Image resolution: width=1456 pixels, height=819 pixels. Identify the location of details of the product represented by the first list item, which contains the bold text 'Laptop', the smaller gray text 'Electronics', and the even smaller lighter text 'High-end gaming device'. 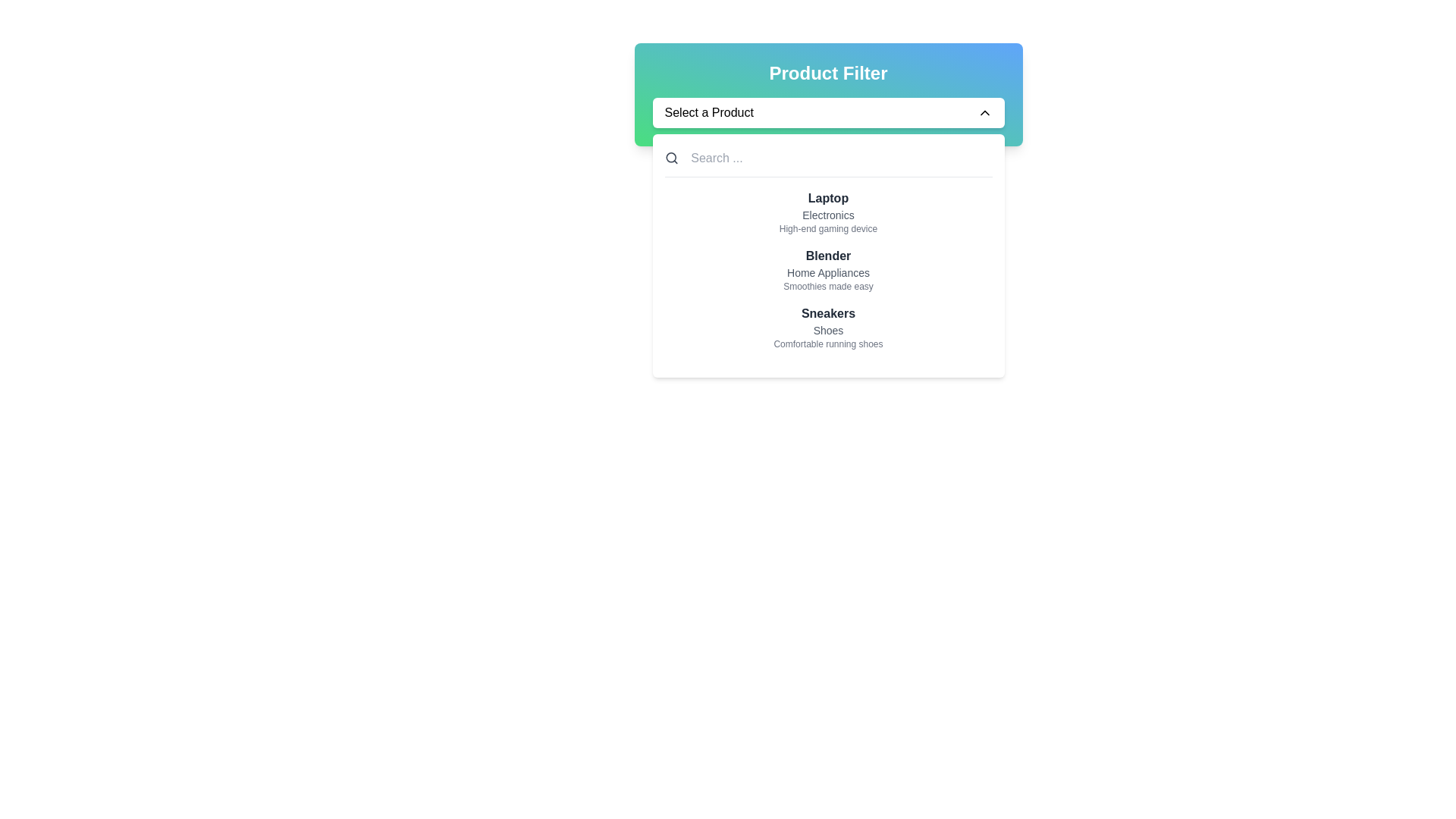
(827, 212).